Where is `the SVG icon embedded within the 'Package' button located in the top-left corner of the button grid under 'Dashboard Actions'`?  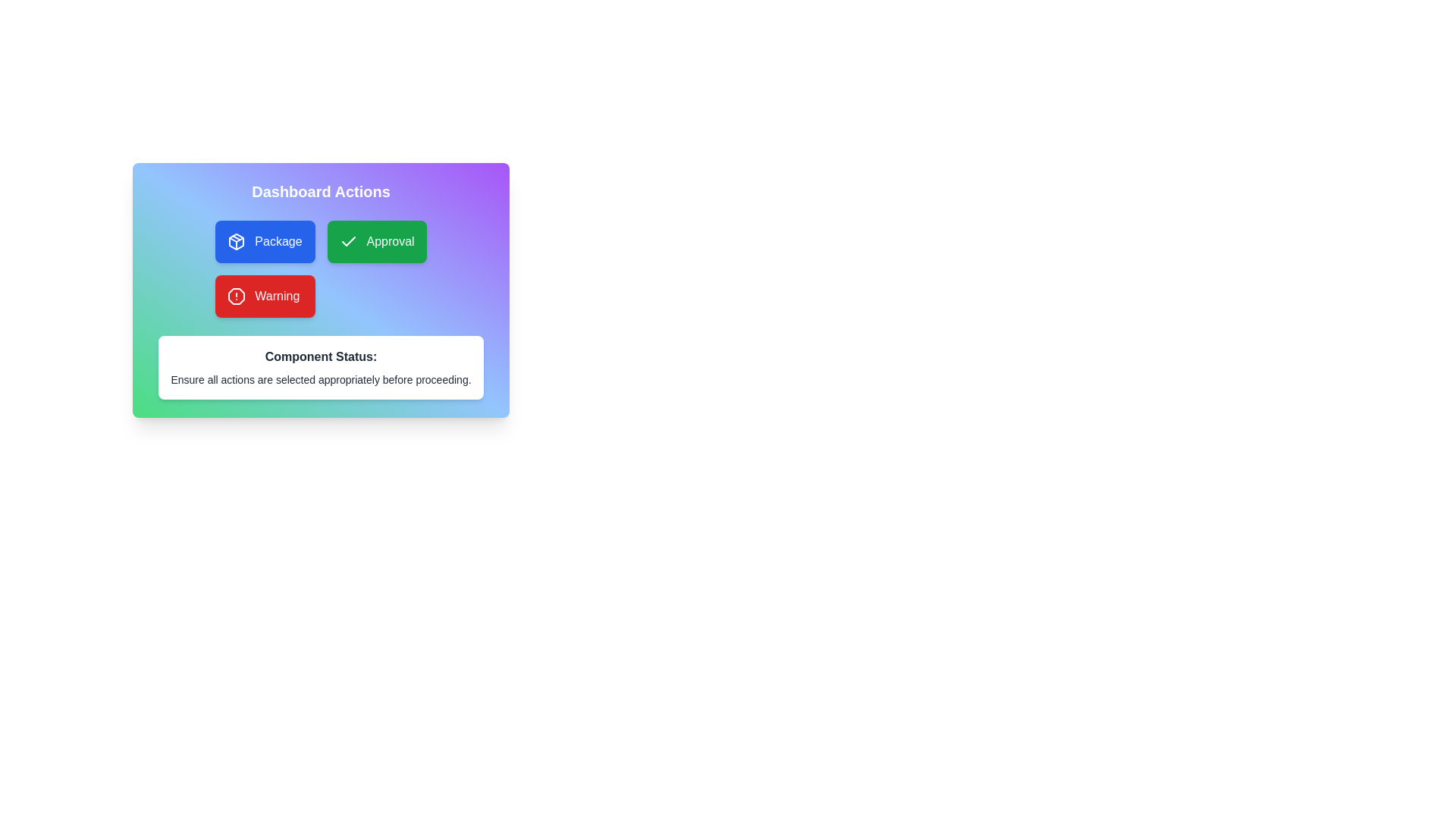
the SVG icon embedded within the 'Package' button located in the top-left corner of the button grid under 'Dashboard Actions' is located at coordinates (236, 241).